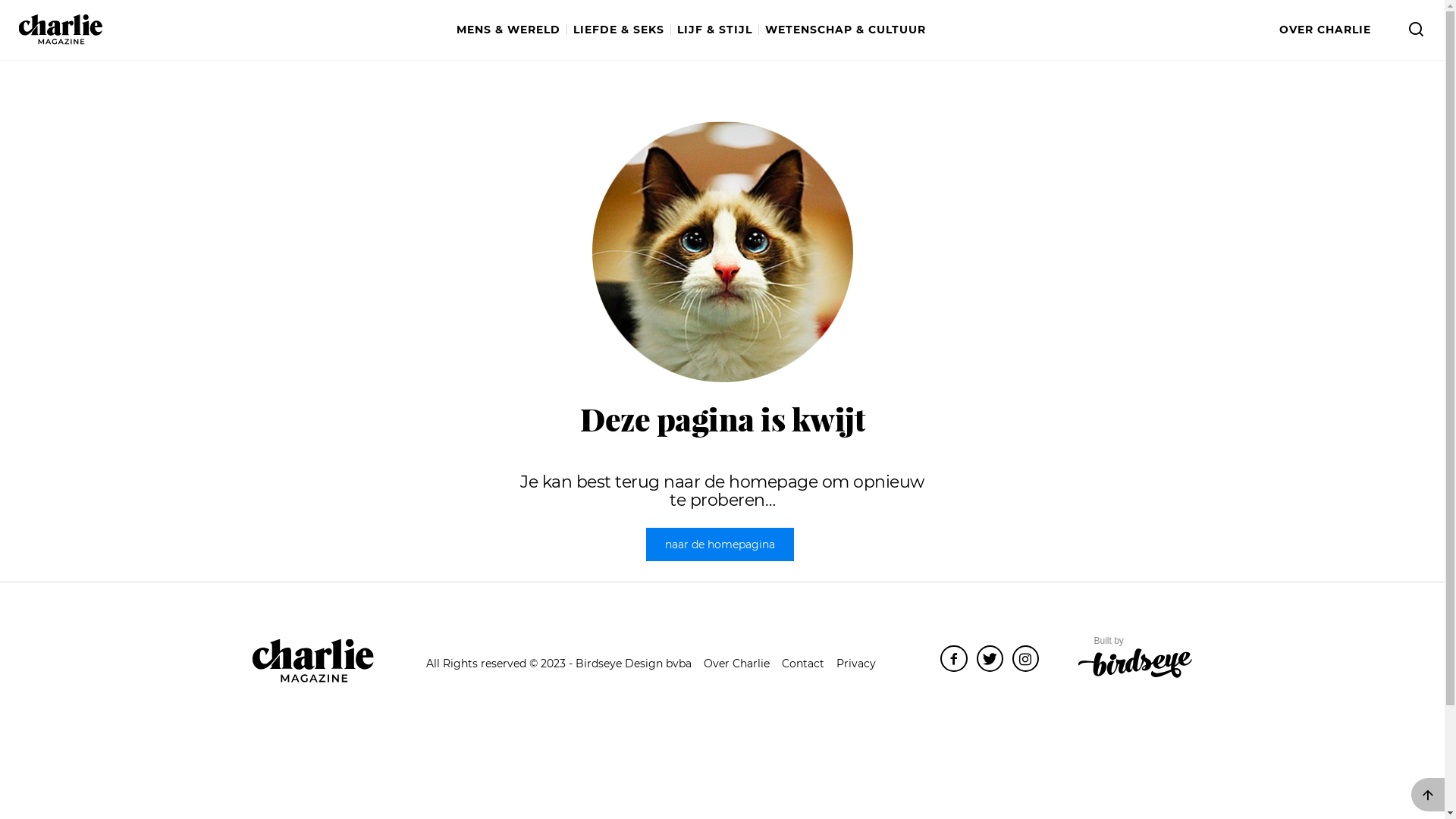  I want to click on 'MENS & WERELD', so click(512, 30).